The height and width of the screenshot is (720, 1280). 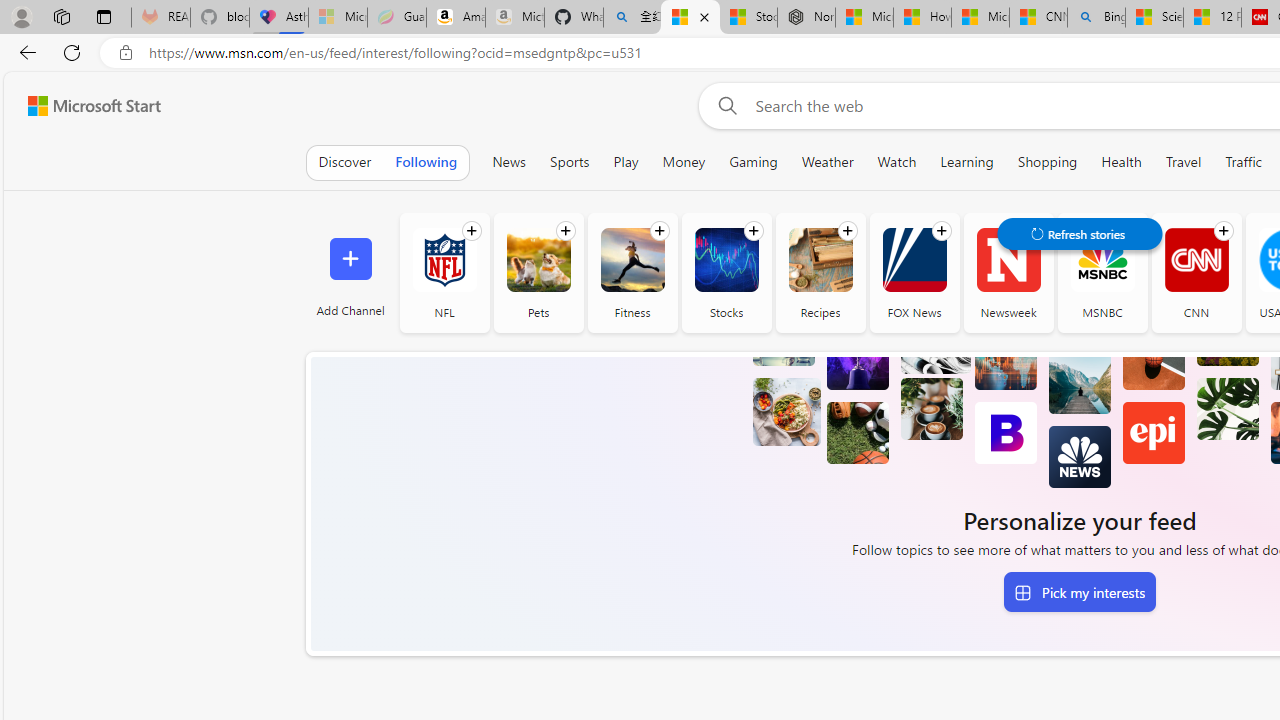 What do you see at coordinates (725, 259) in the screenshot?
I see `'Stocks'` at bounding box center [725, 259].